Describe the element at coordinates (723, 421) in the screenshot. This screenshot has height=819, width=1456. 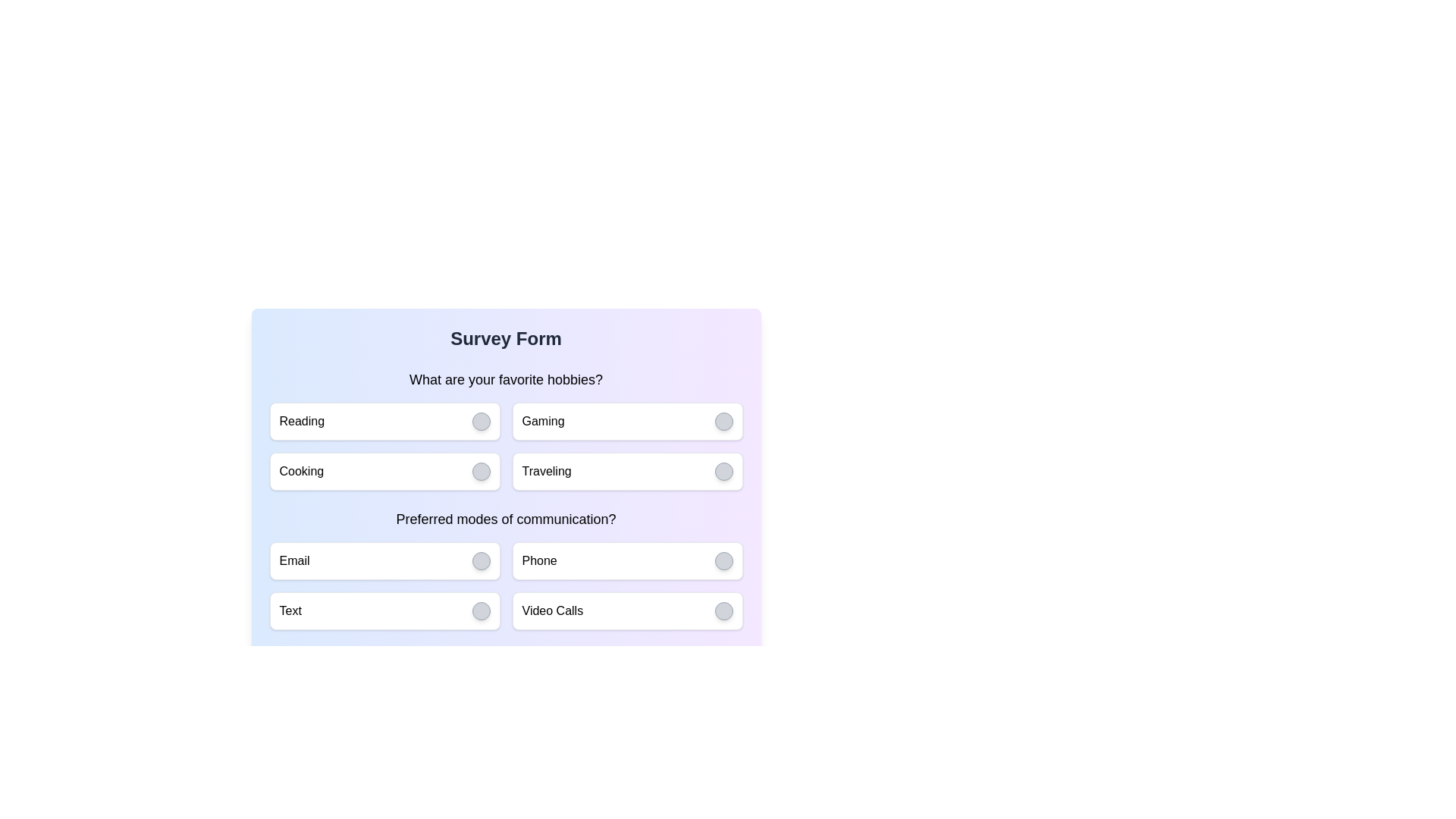
I see `the radio button located to the right of the text 'Gaming'` at that location.